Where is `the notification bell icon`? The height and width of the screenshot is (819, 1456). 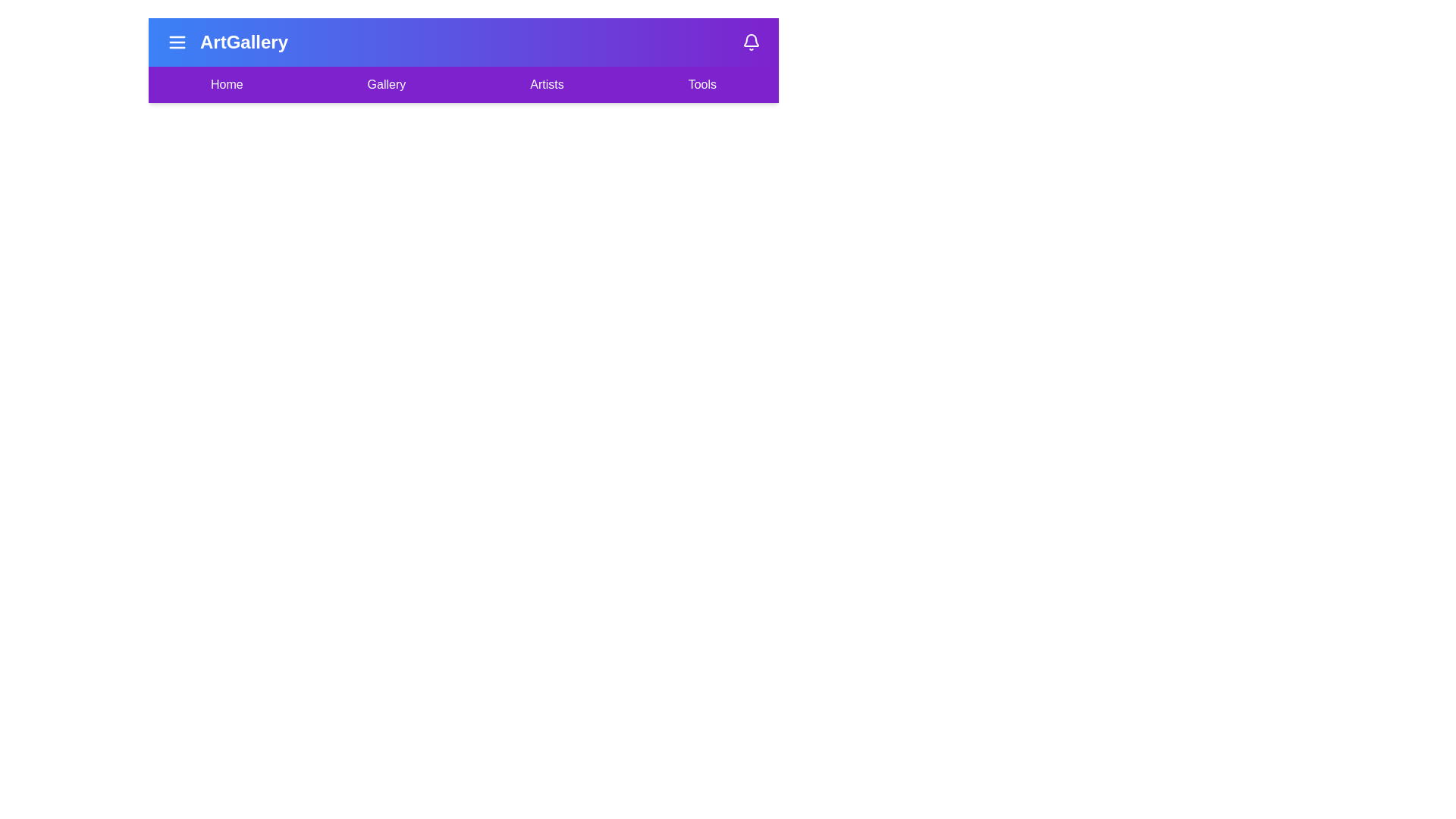
the notification bell icon is located at coordinates (751, 42).